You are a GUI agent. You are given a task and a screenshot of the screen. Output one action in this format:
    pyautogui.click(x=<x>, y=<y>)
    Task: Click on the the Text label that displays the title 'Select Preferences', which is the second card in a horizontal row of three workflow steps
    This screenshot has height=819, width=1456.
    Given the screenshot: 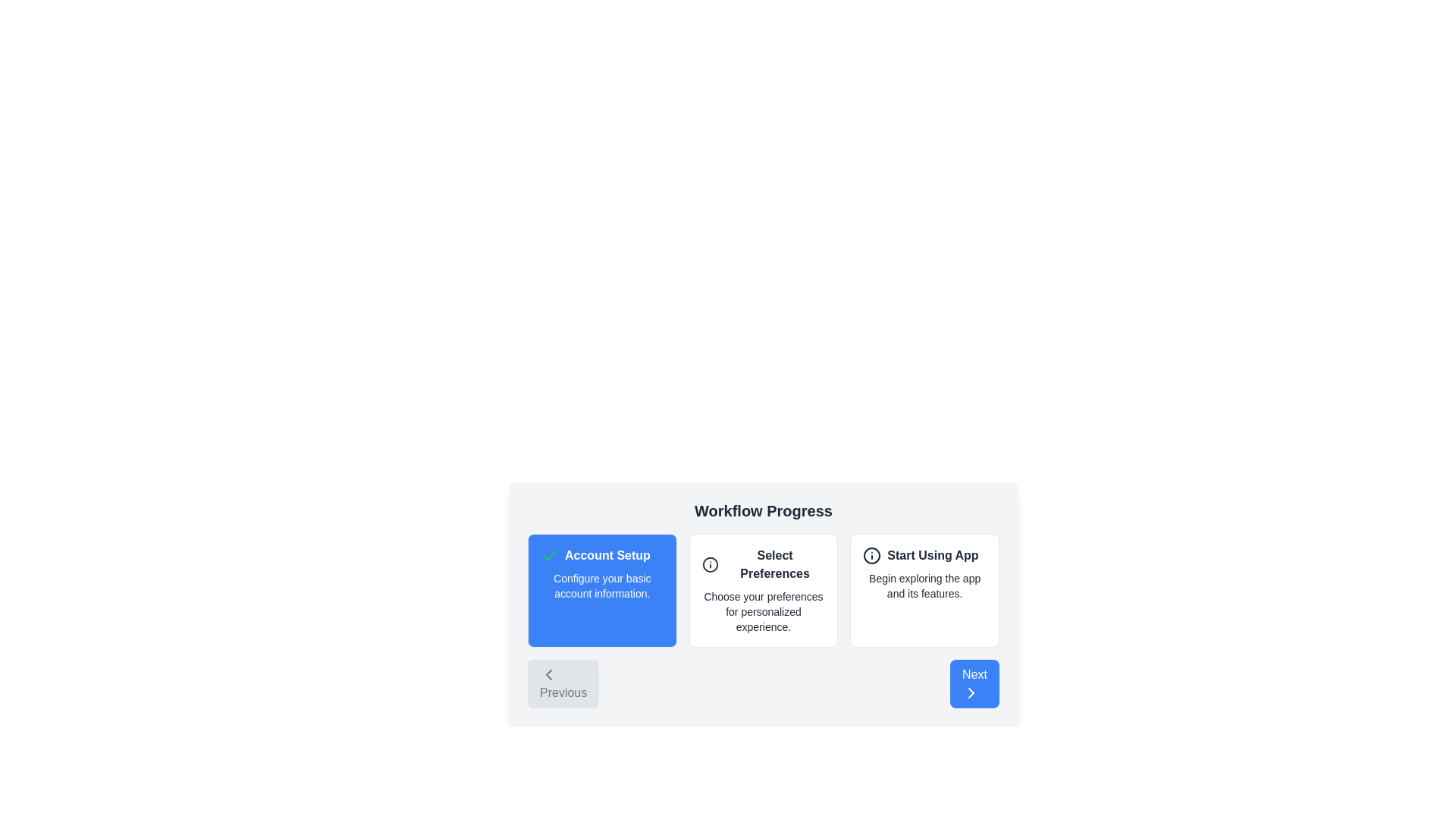 What is the action you would take?
    pyautogui.click(x=775, y=564)
    